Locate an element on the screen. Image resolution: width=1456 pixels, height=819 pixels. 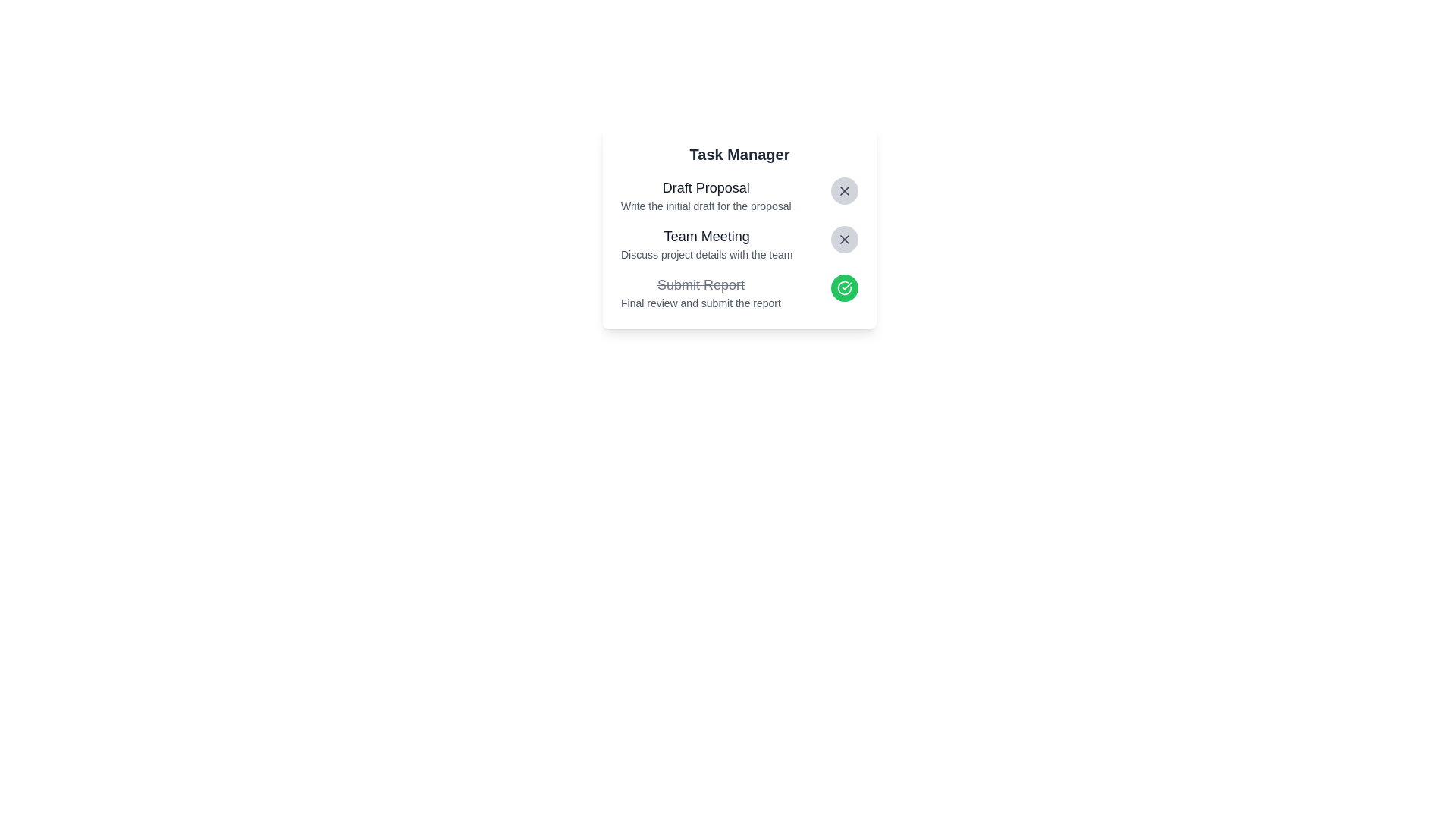
the dismiss button associated with the 'Team Meeting' task is located at coordinates (843, 239).